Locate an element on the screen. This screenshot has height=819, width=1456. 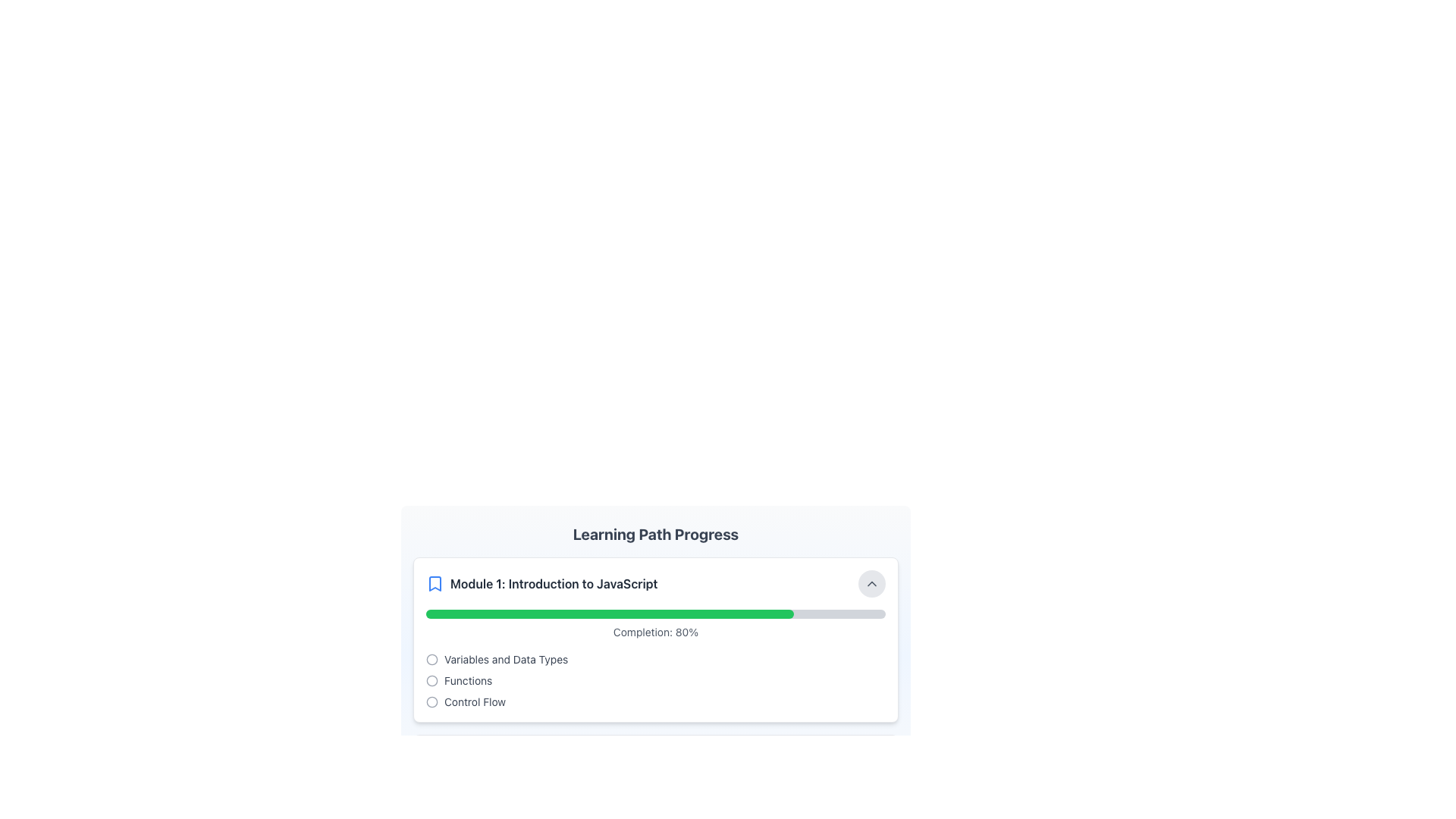
the circle icon on the left side of the 'Functions' label is located at coordinates (431, 680).